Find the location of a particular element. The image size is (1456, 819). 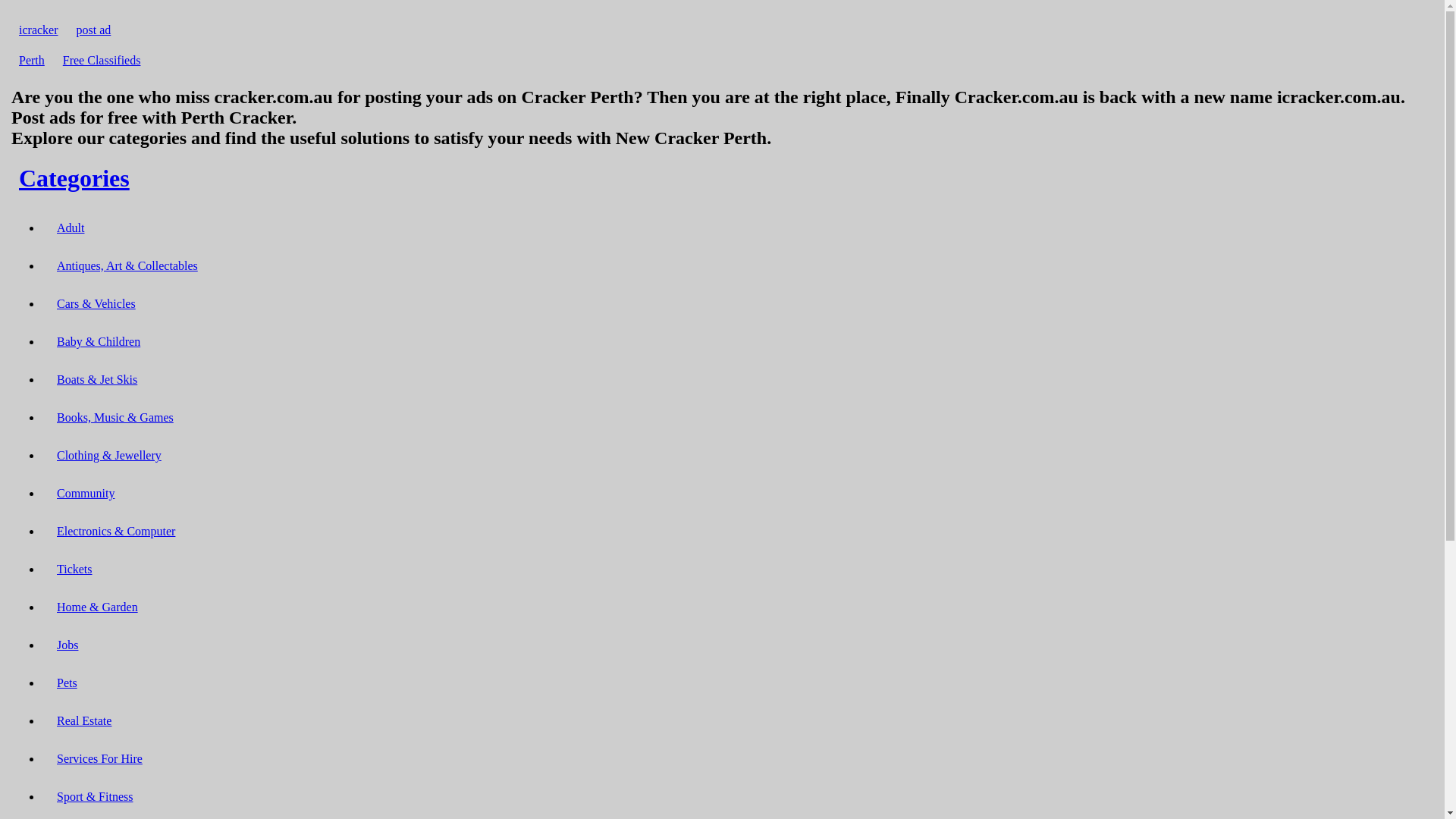

'Adult' is located at coordinates (49, 227).